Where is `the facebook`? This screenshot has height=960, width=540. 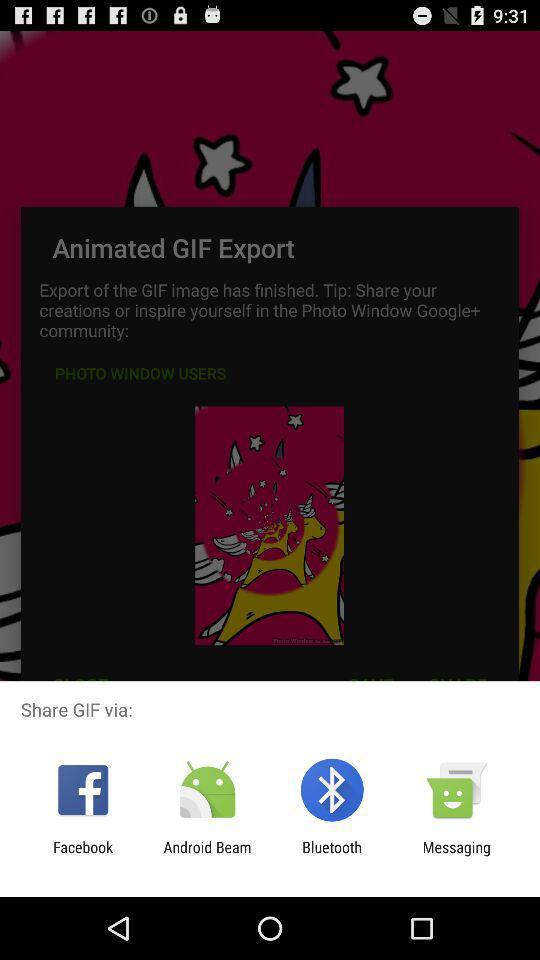
the facebook is located at coordinates (82, 855).